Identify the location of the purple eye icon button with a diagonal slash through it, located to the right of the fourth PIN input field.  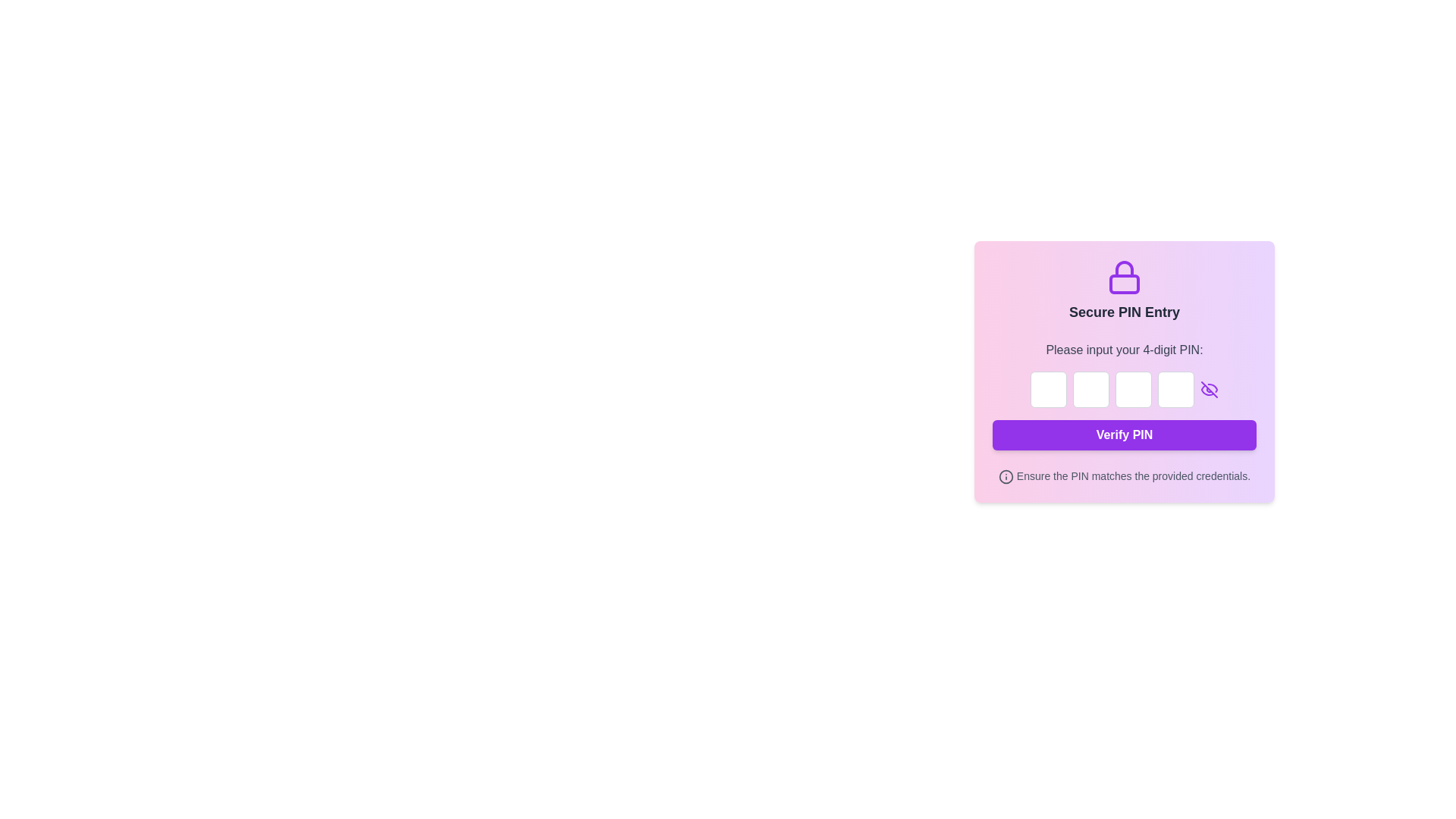
(1208, 388).